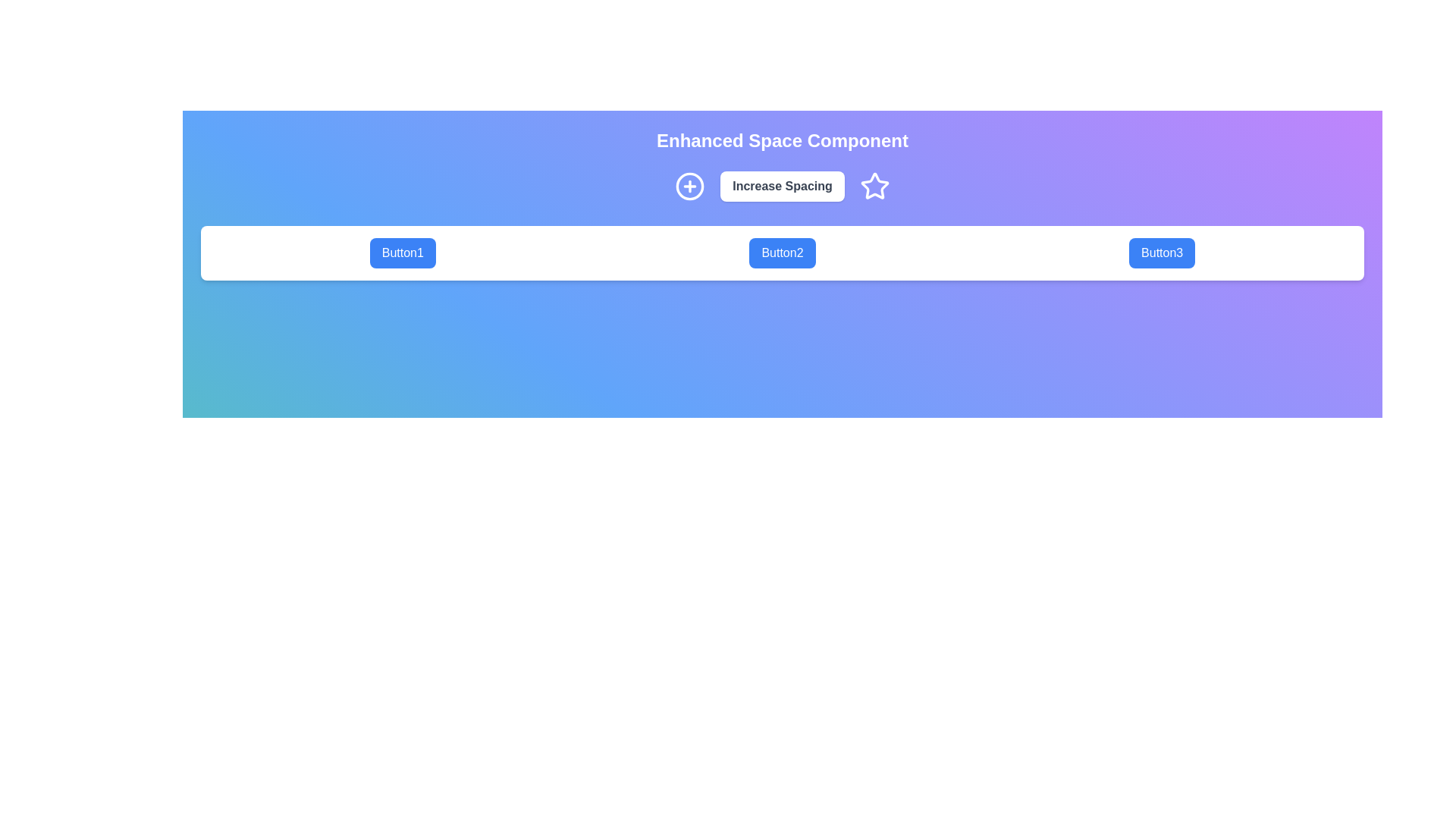 The image size is (1456, 819). I want to click on the 'Increase Spacing' button, which is a rectangular button with rounded corners, white background, and dark gray bold text, so click(783, 186).